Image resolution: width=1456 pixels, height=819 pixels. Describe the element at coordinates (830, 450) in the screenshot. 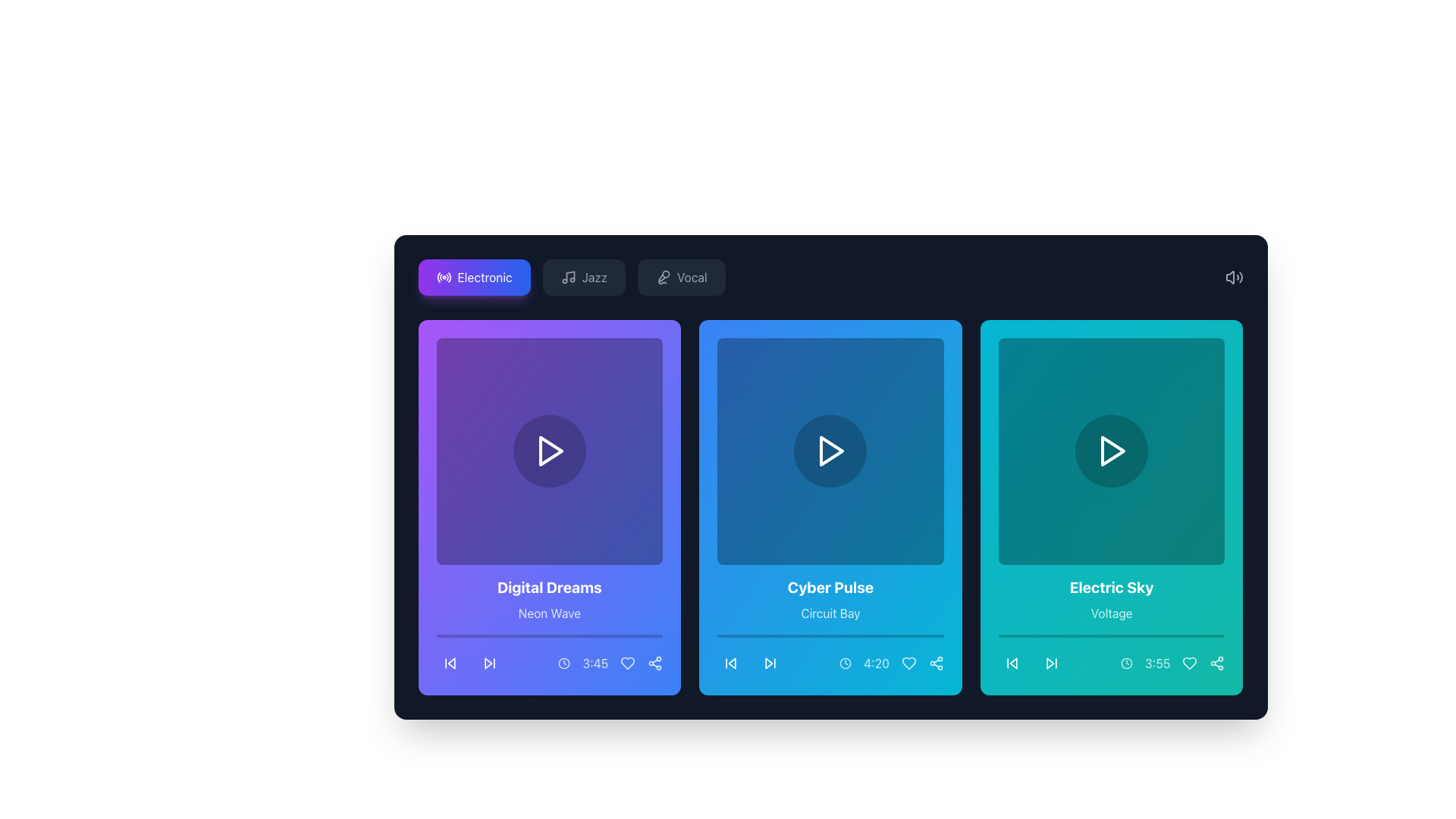

I see `the play button located in the center of the 'Cyber Pulse' card to initiate playback of the associated content` at that location.